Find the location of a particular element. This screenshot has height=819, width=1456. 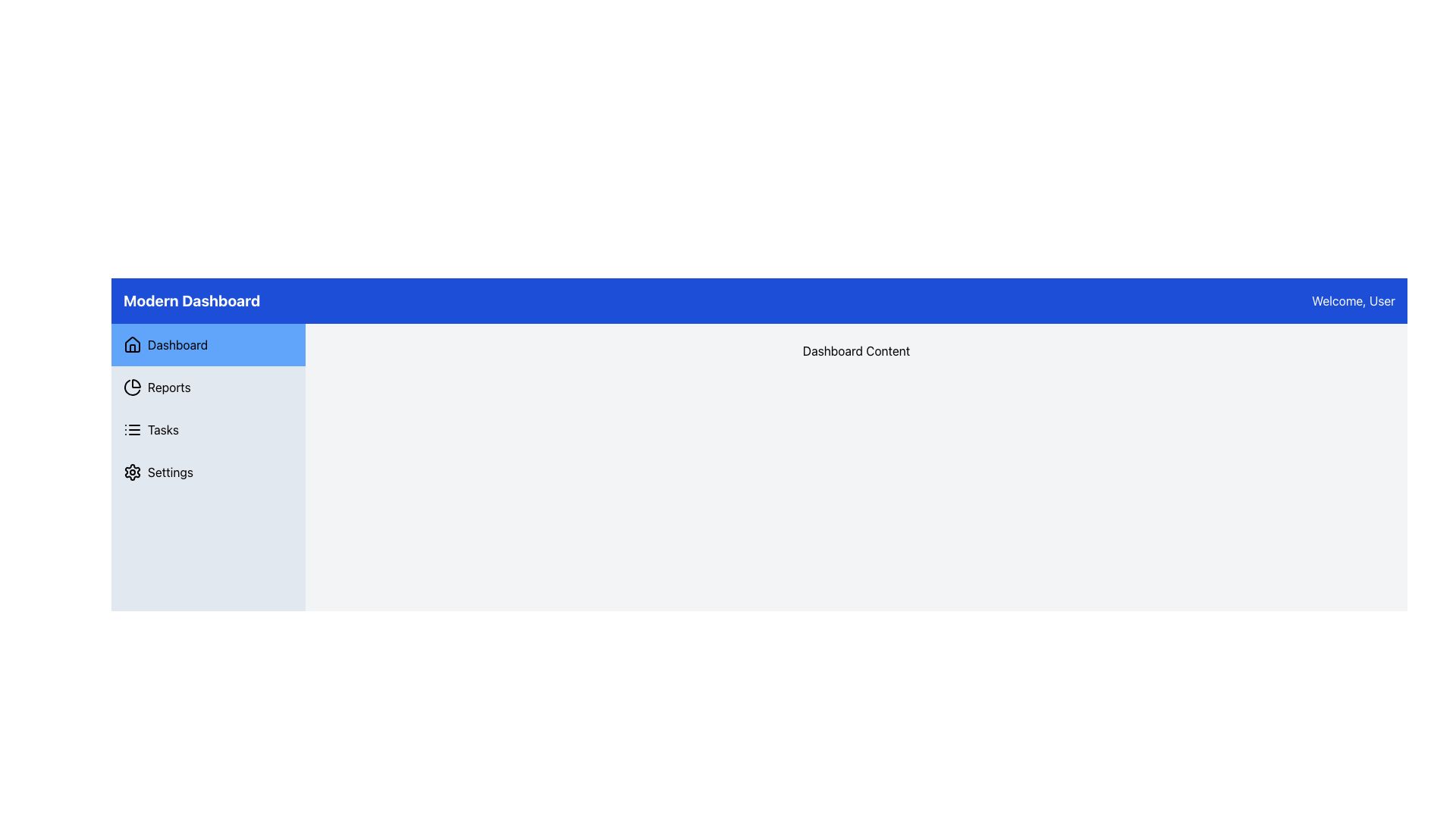

the 'Settings' Navigation Menu Item to trigger the style change for the hover effect is located at coordinates (207, 472).